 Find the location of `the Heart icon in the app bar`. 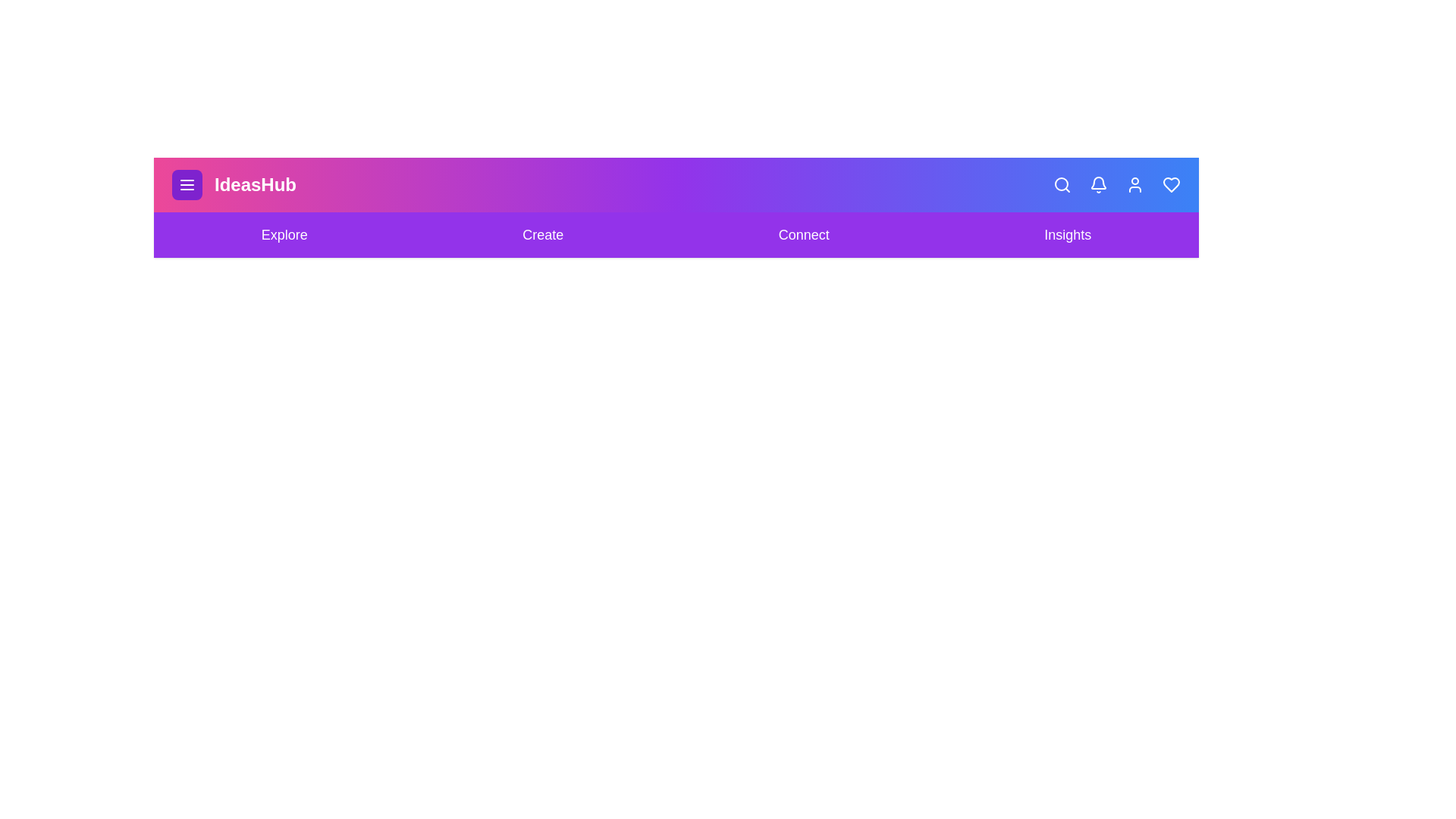

the Heart icon in the app bar is located at coordinates (1171, 184).